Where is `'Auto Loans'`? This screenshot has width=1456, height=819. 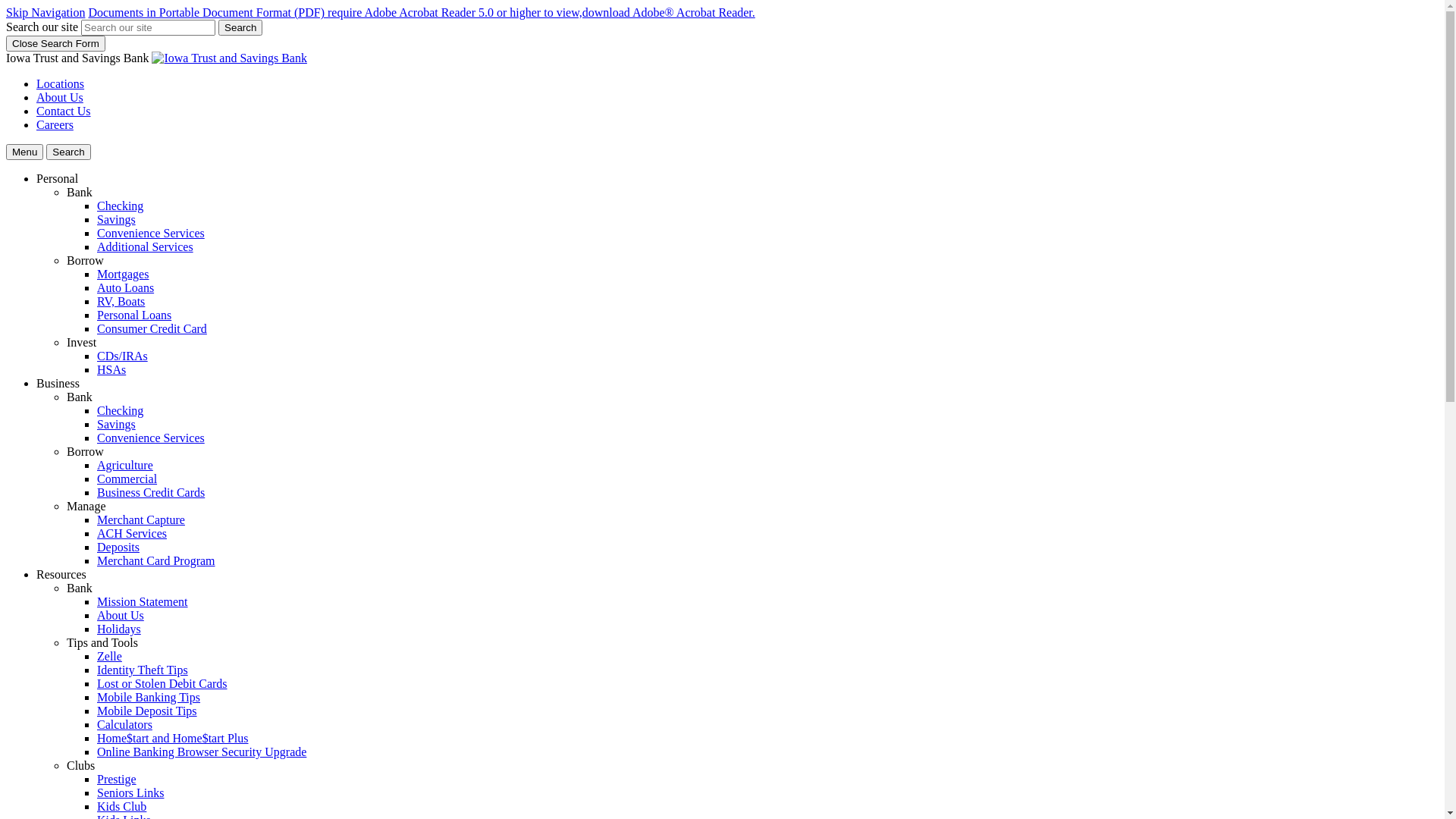 'Auto Loans' is located at coordinates (96, 287).